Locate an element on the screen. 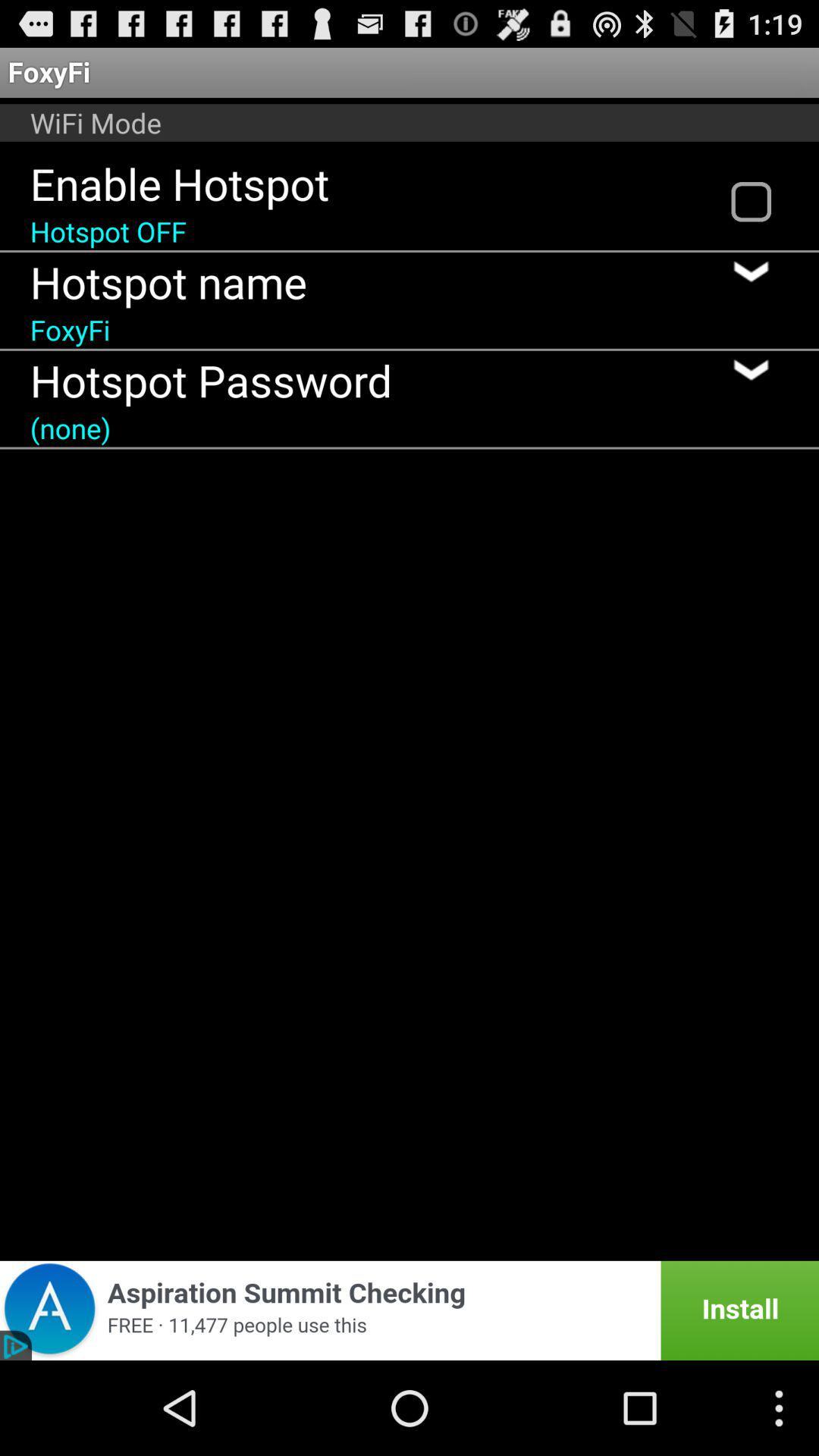  details about advertisement is located at coordinates (409, 1310).